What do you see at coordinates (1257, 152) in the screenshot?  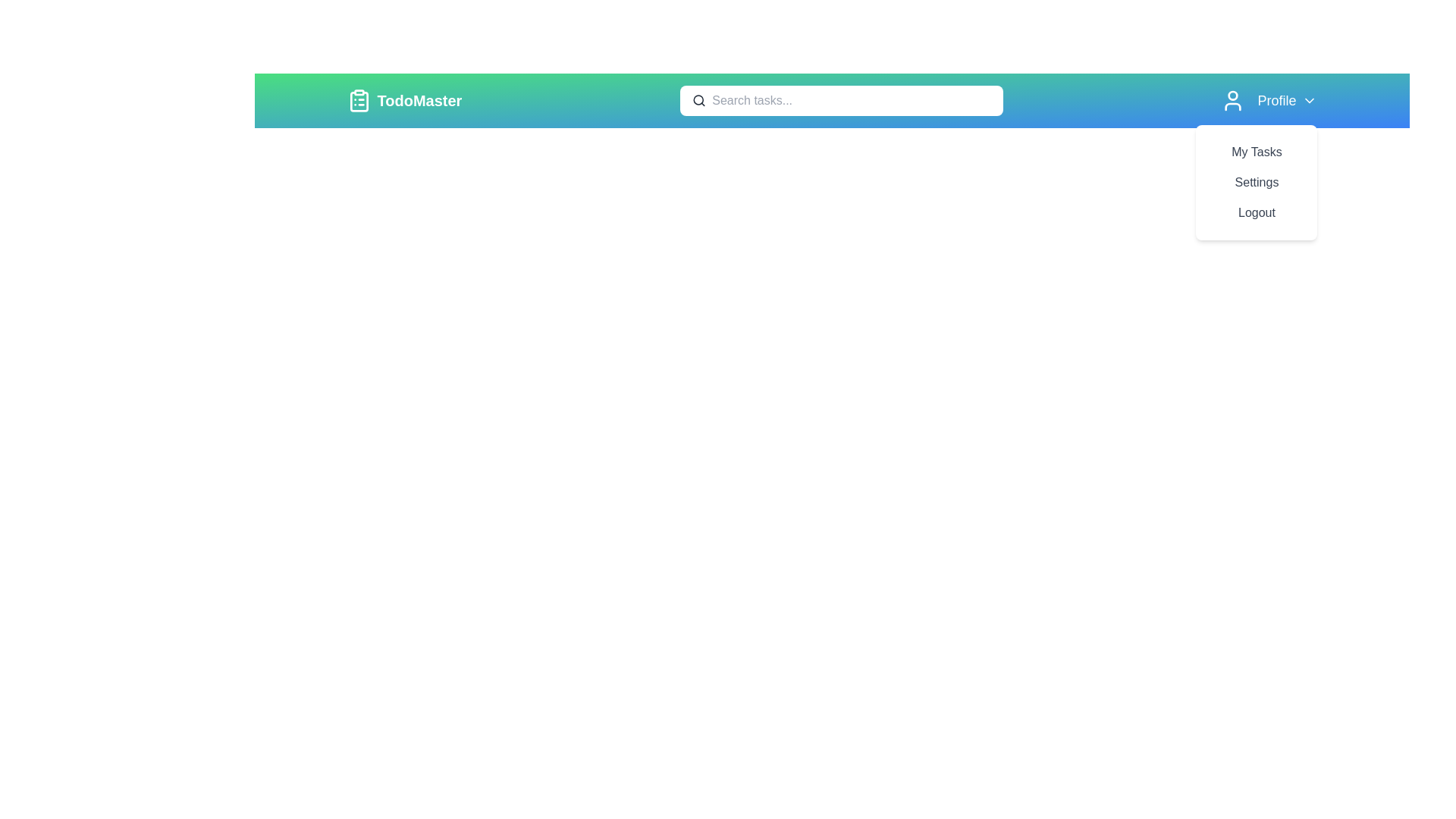 I see `the 'My Tasks' textual button at the top of the dropdown panel to trigger the hover effect` at bounding box center [1257, 152].